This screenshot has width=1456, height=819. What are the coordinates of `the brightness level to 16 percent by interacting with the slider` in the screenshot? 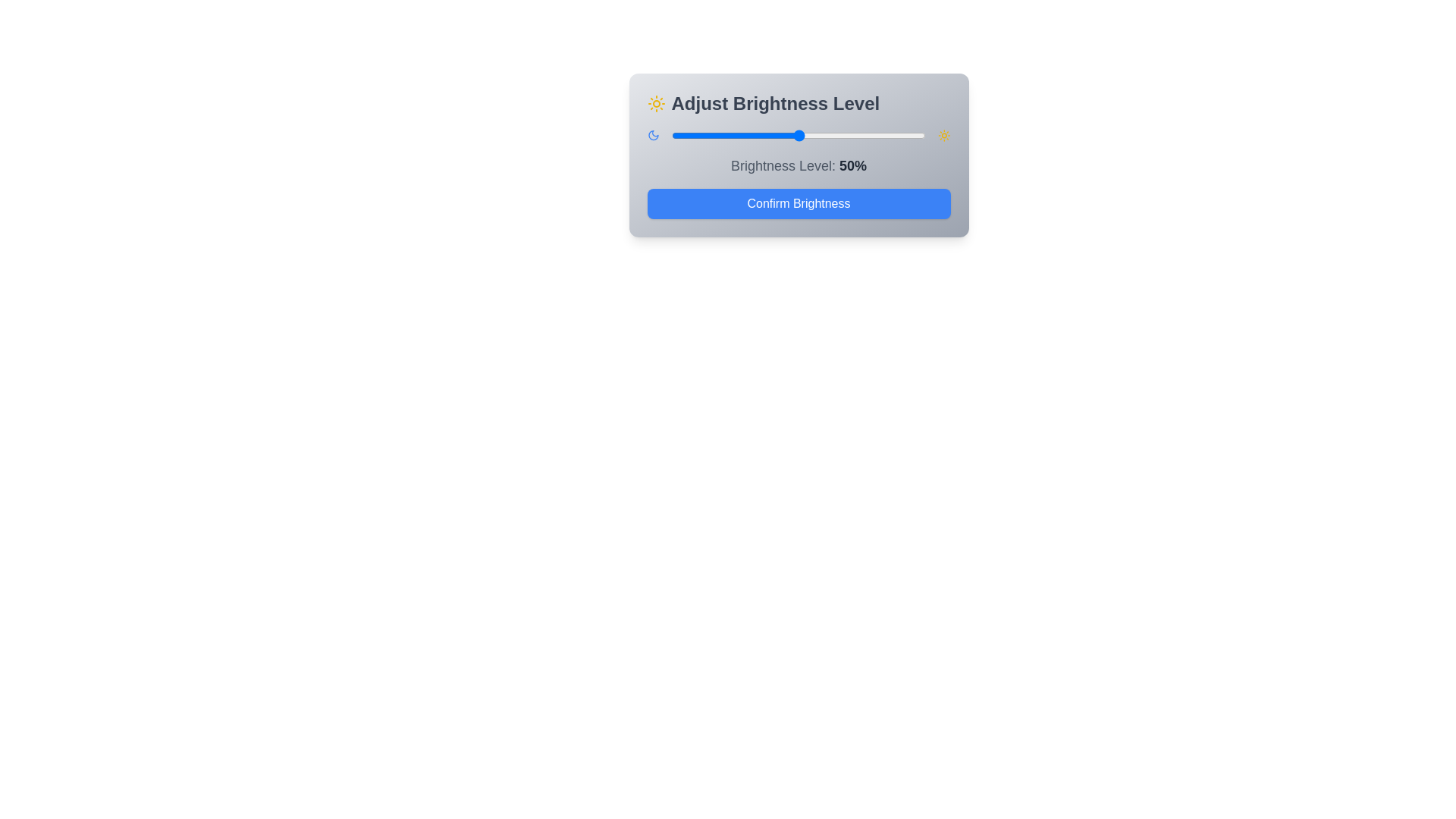 It's located at (711, 134).